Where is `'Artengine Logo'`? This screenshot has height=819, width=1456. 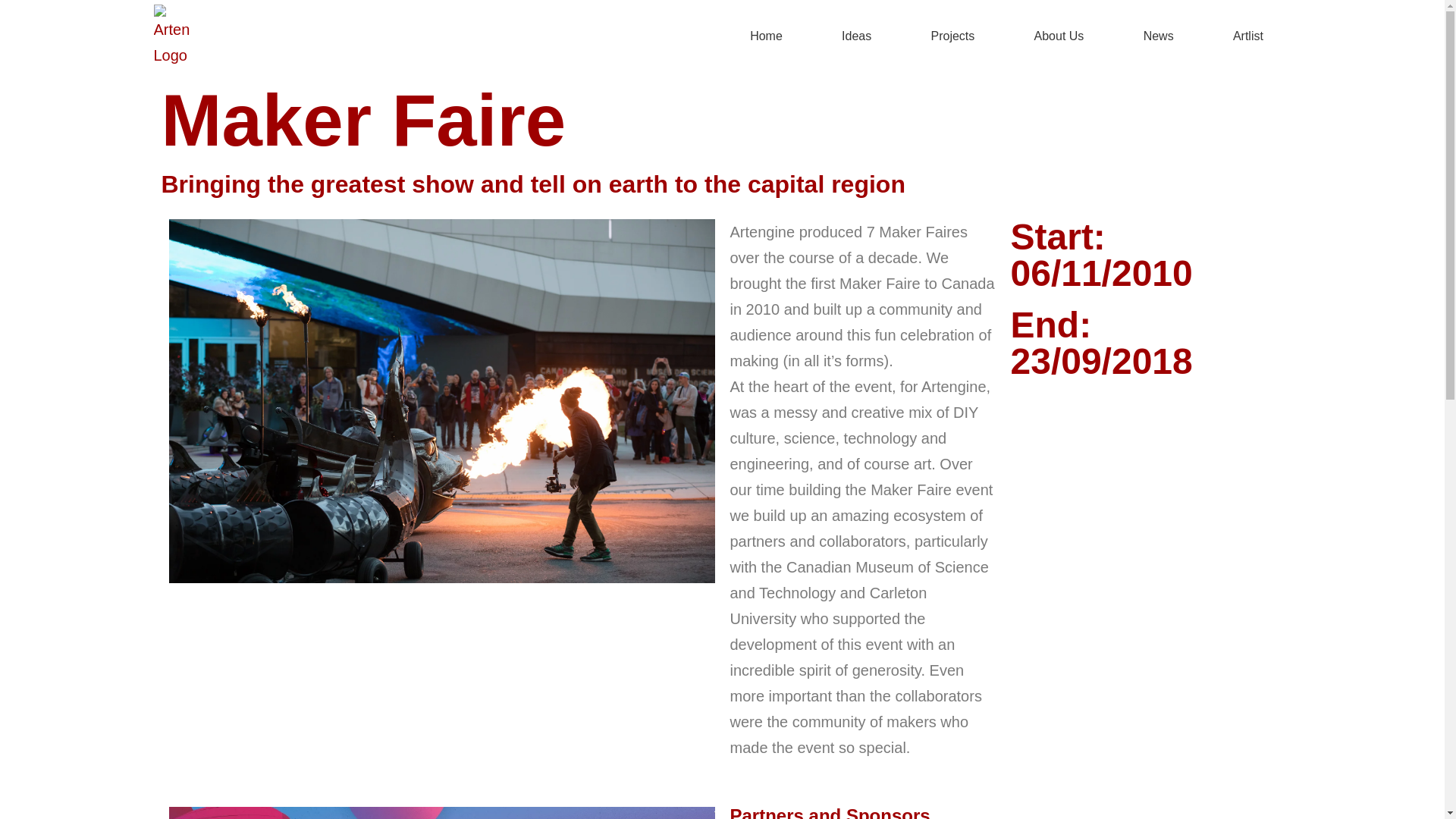 'Artengine Logo' is located at coordinates (152, 35).